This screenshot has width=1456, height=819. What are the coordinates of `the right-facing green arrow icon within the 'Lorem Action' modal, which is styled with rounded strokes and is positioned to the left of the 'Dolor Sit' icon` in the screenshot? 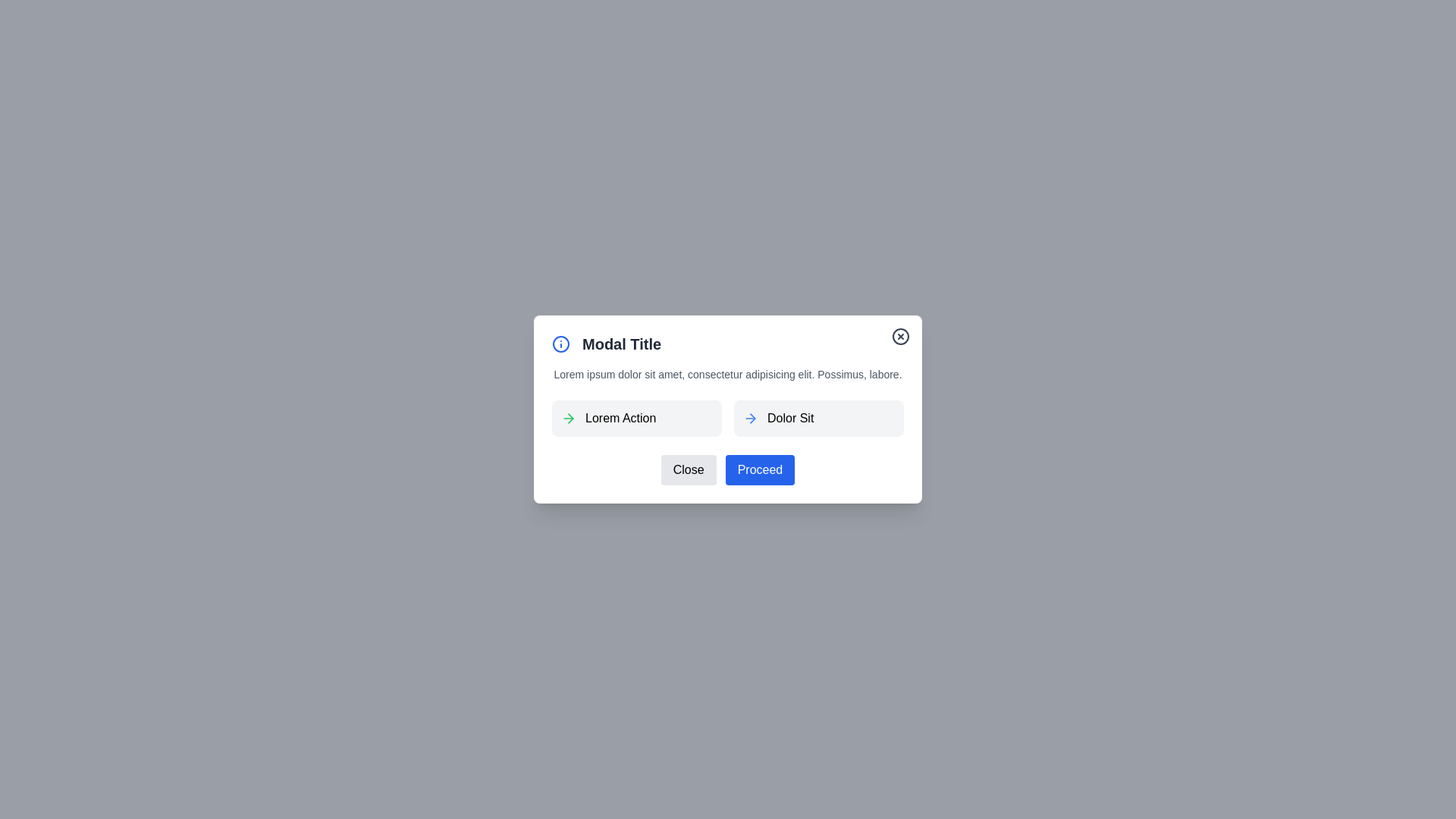 It's located at (567, 418).